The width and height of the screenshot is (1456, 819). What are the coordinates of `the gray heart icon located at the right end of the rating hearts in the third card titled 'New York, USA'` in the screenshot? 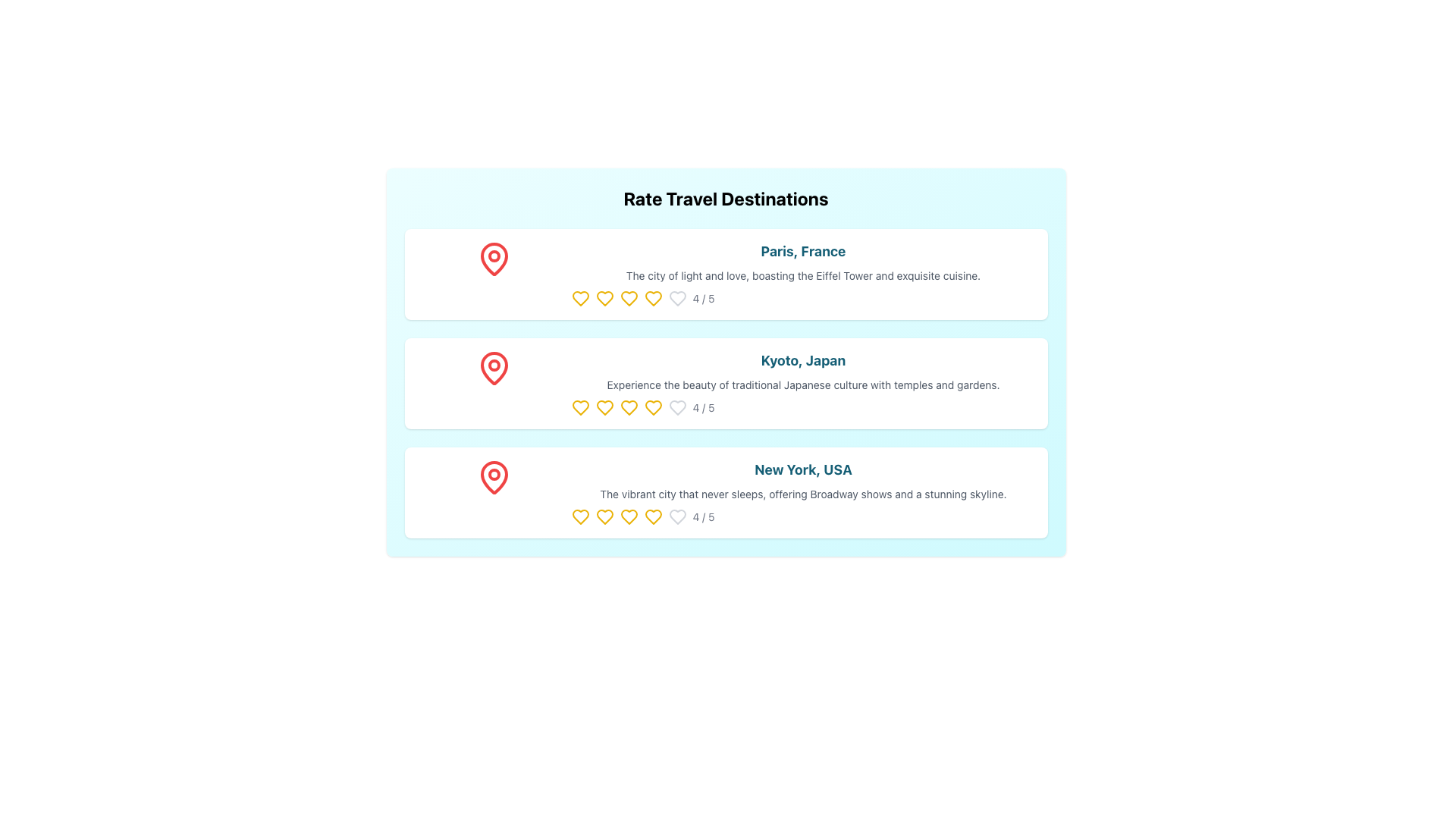 It's located at (676, 516).